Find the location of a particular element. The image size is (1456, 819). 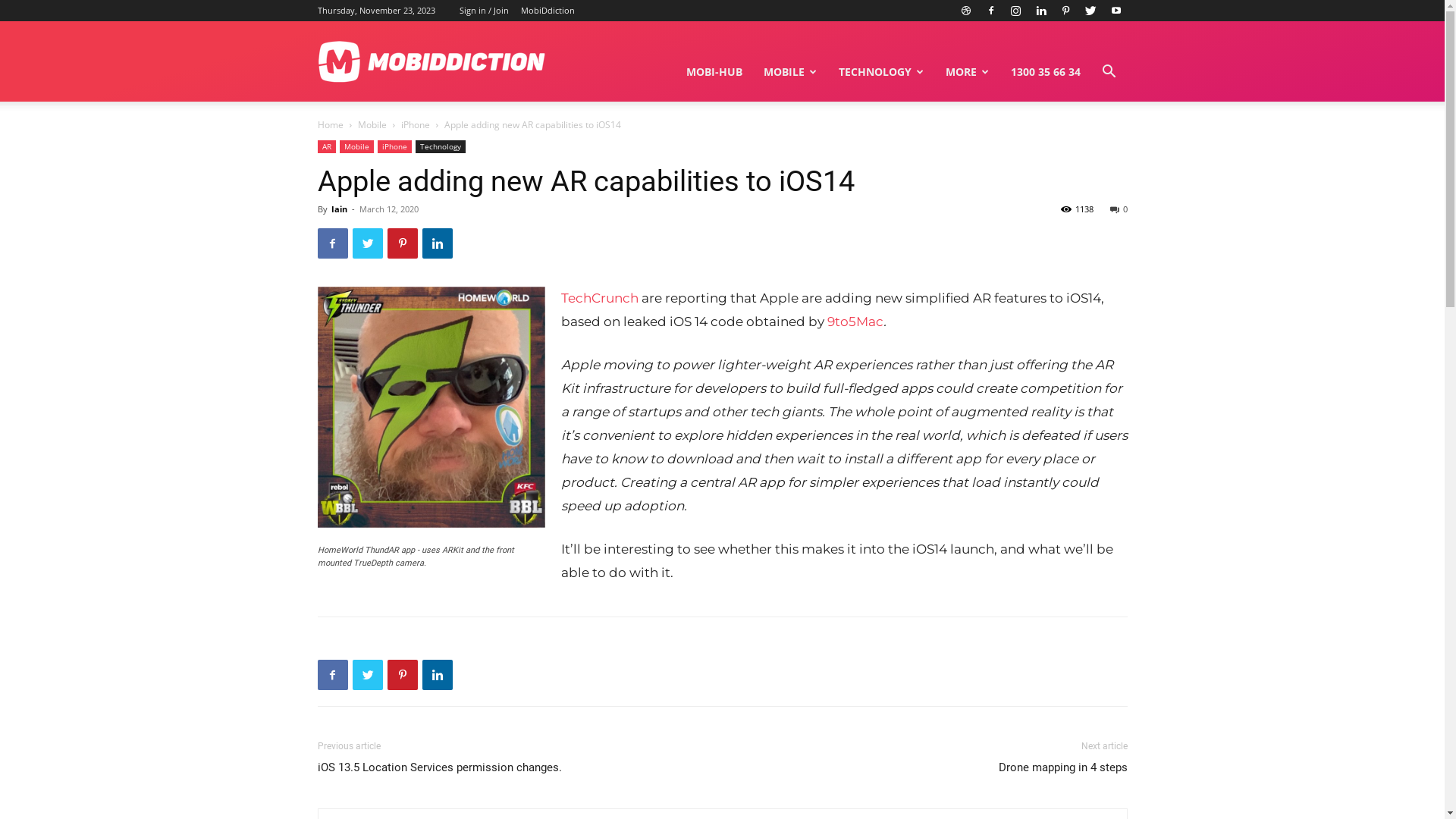

'Sign in / Join' is located at coordinates (483, 10).